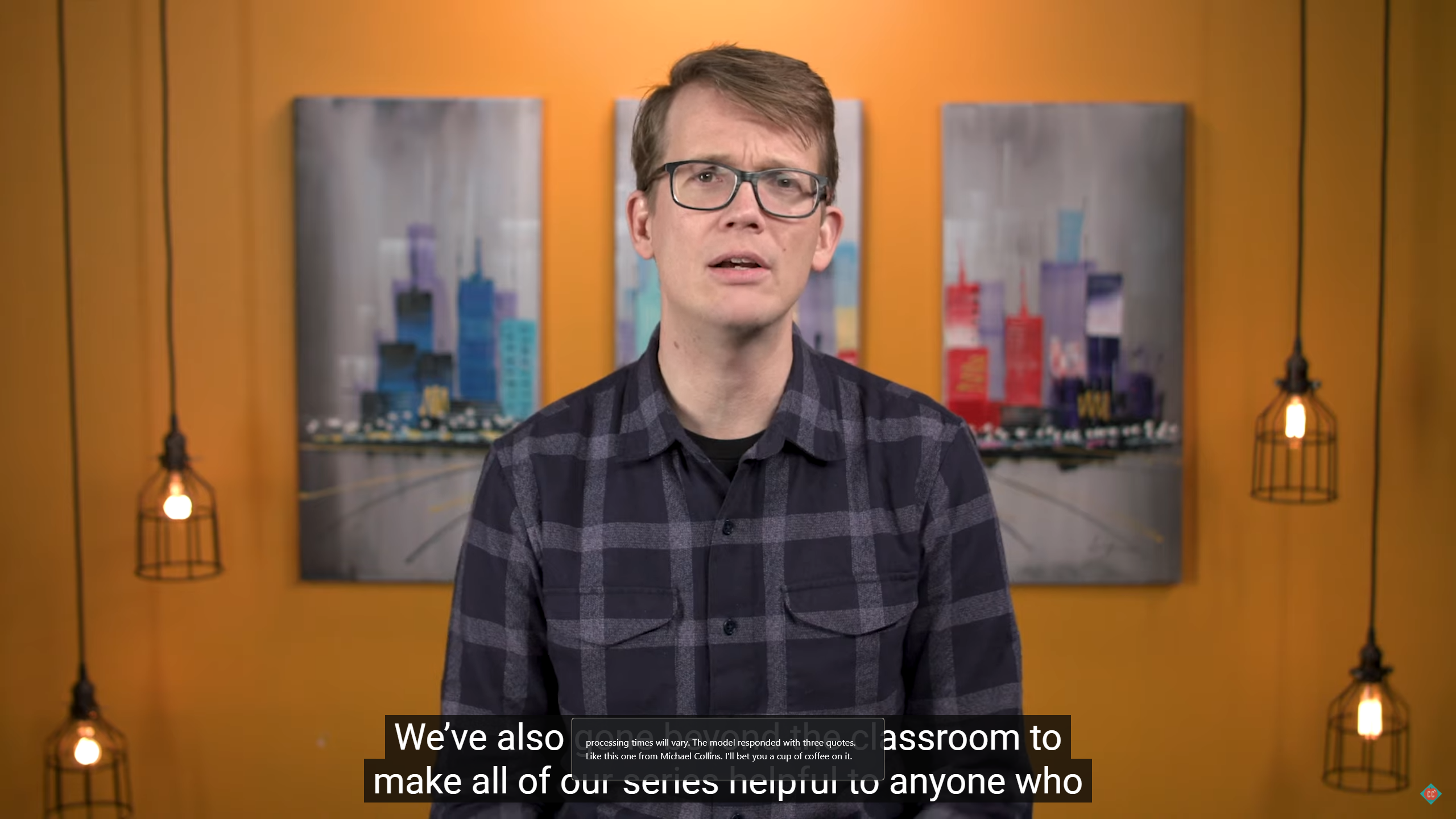 This screenshot has width=1456, height=819. Describe the element at coordinates (1430, 793) in the screenshot. I see `'Channel watermark'` at that location.